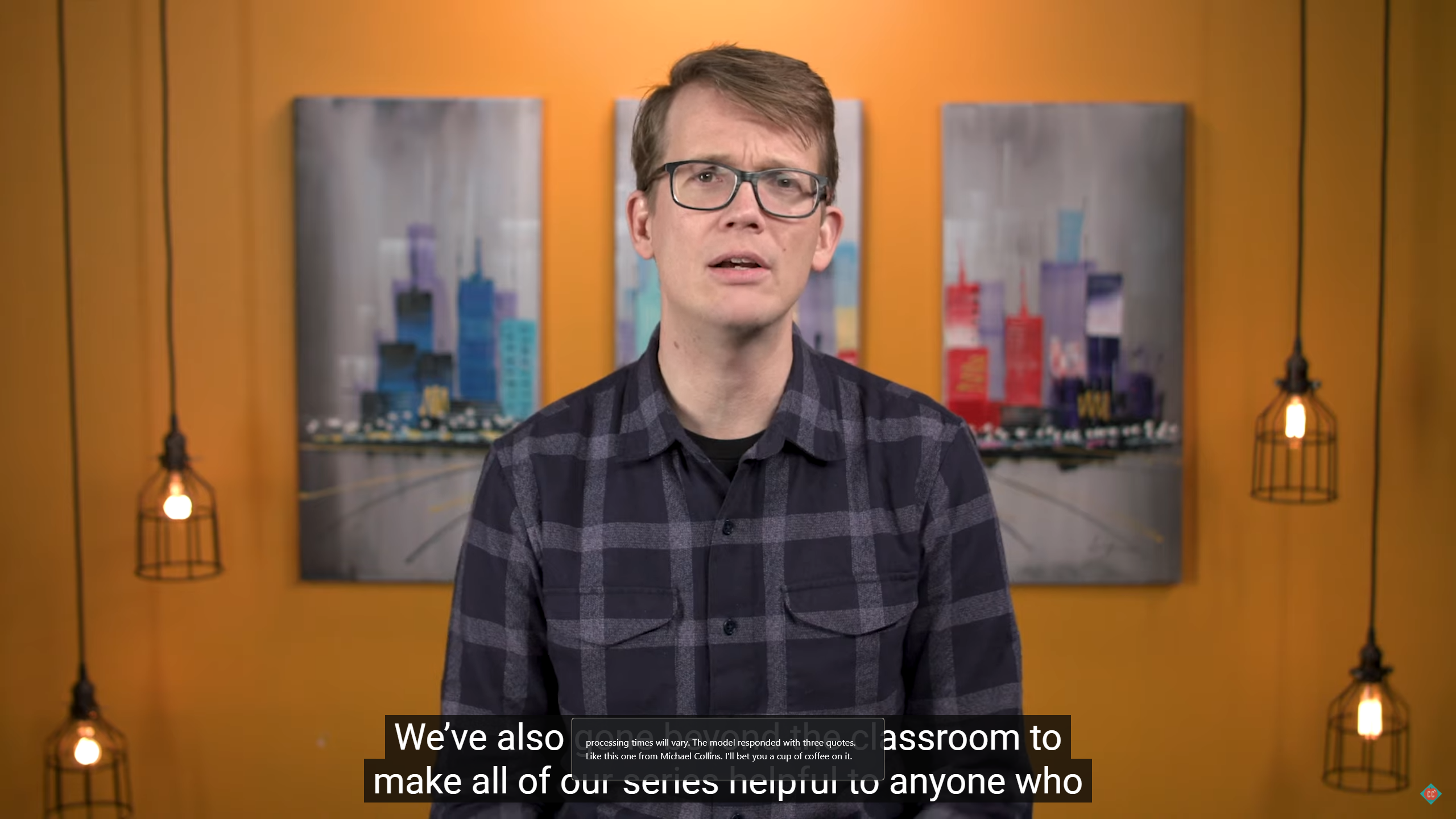 This screenshot has width=1456, height=819. Describe the element at coordinates (1430, 793) in the screenshot. I see `'Channel watermark'` at that location.